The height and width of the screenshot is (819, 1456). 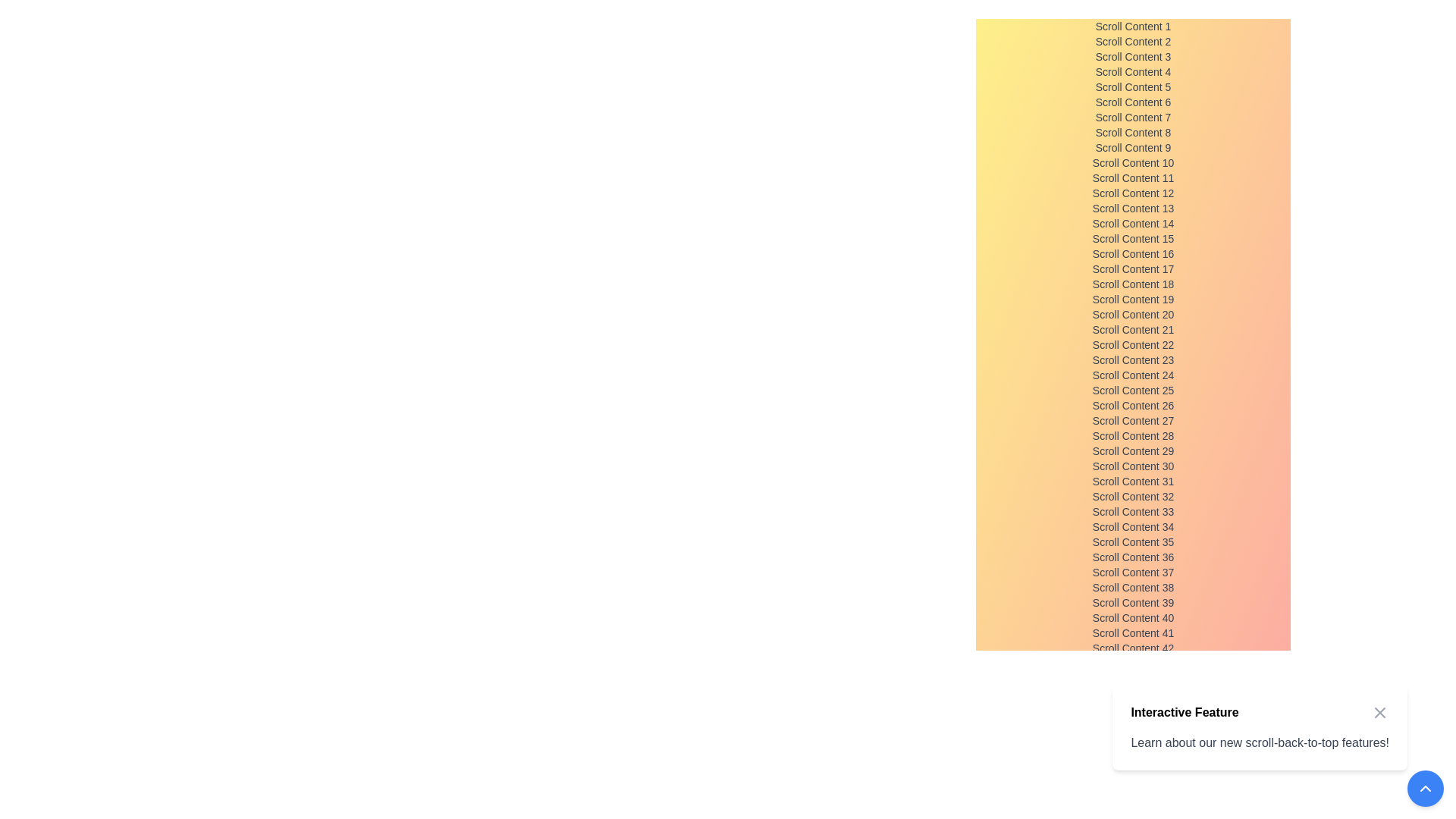 What do you see at coordinates (1133, 223) in the screenshot?
I see `the non-interactive text label displaying 'Scroll Content 14', which is the 14th item in a vertical scrollable list, centered horizontally` at bounding box center [1133, 223].